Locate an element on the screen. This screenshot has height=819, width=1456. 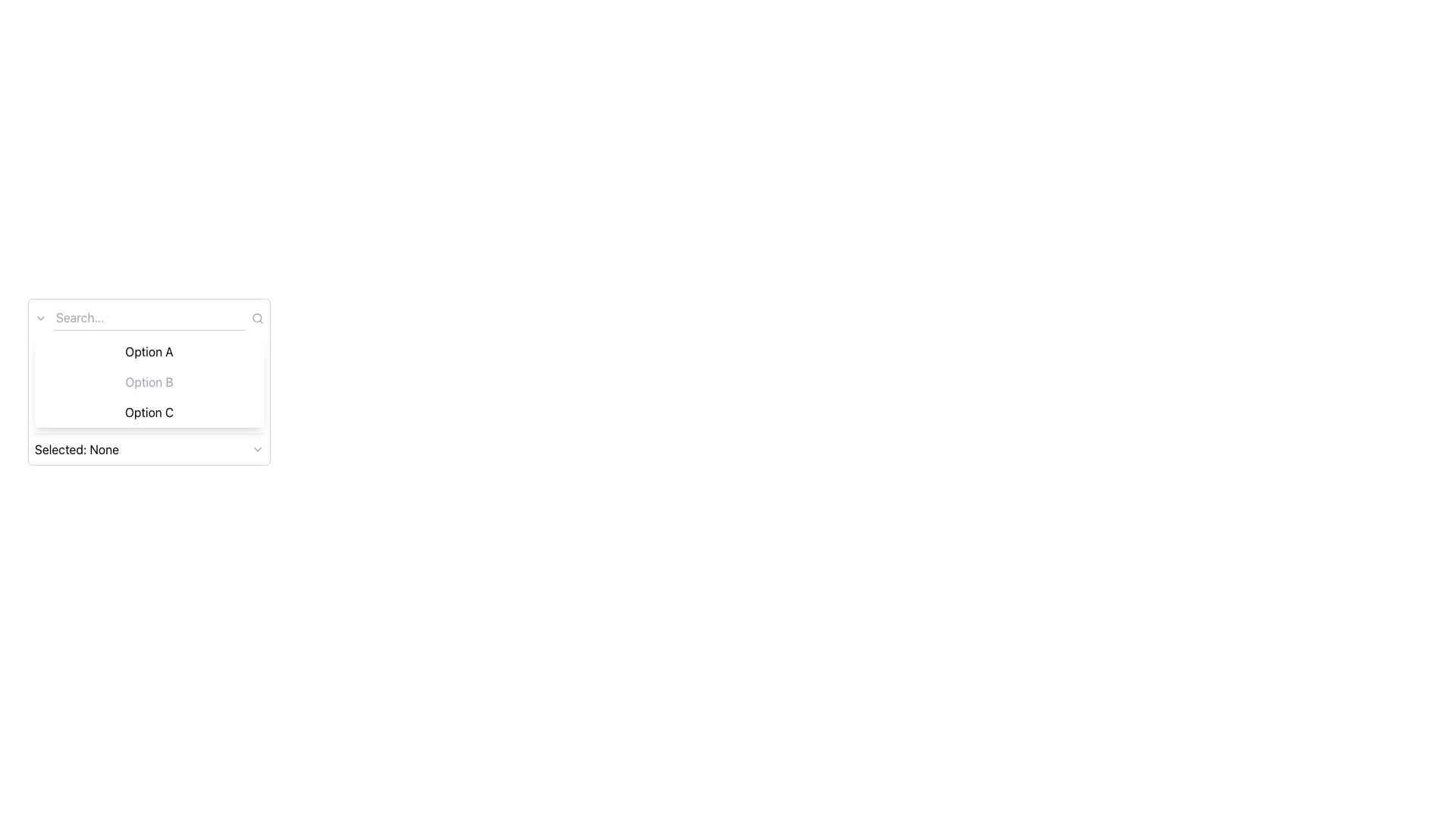
the first item labeled 'Option A' in the dropdown list is located at coordinates (149, 351).